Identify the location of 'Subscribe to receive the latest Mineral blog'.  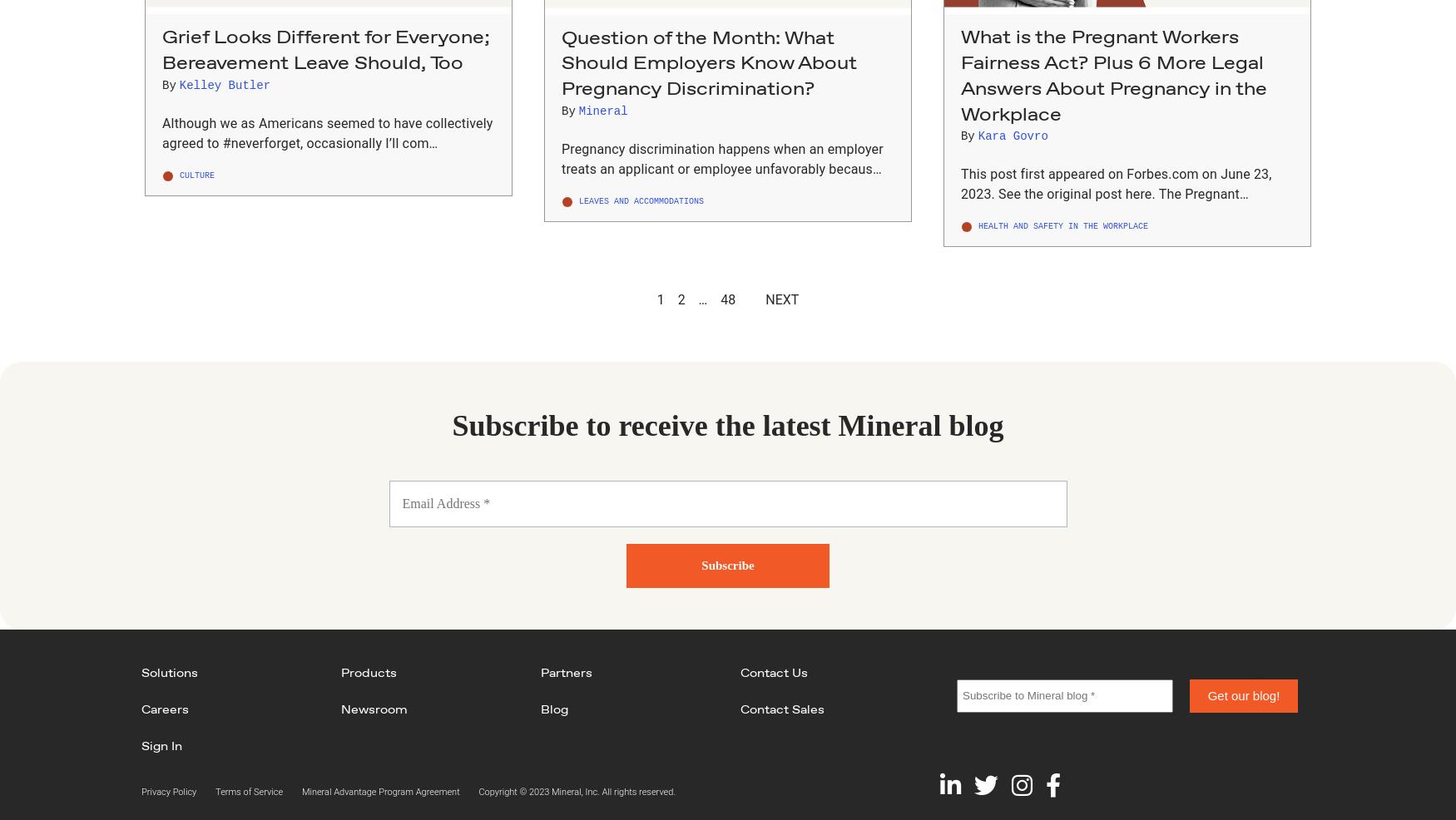
(727, 425).